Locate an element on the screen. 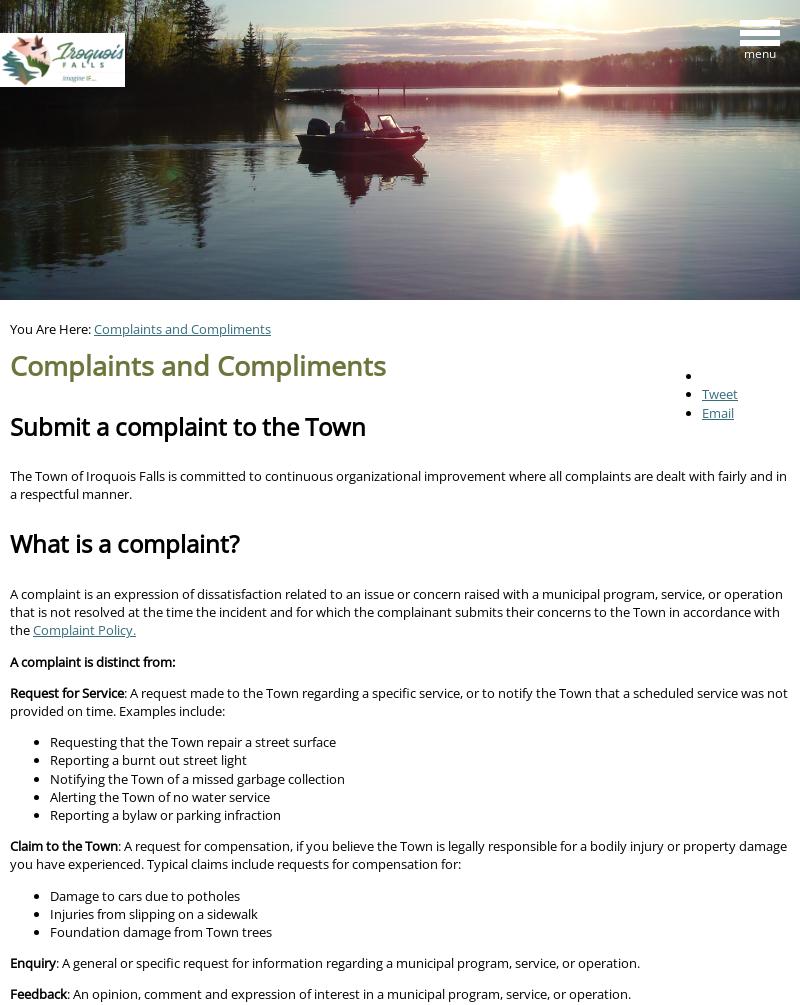 This screenshot has height=1005, width=800. ': A request made to the Town regarding a specific service, or to notify the Town that a scheduled service was not provided on time. Examples include:' is located at coordinates (10, 701).